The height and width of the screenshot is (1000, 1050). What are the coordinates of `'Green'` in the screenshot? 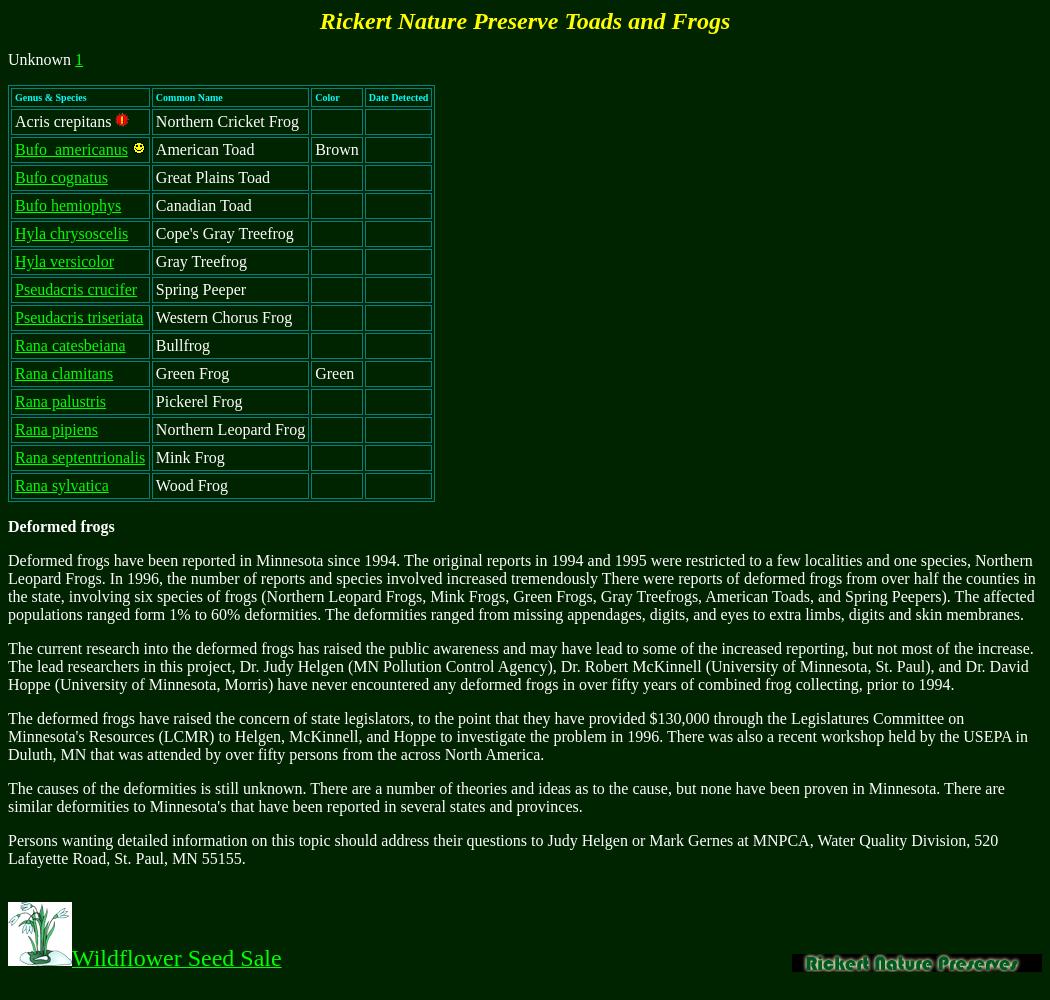 It's located at (315, 372).